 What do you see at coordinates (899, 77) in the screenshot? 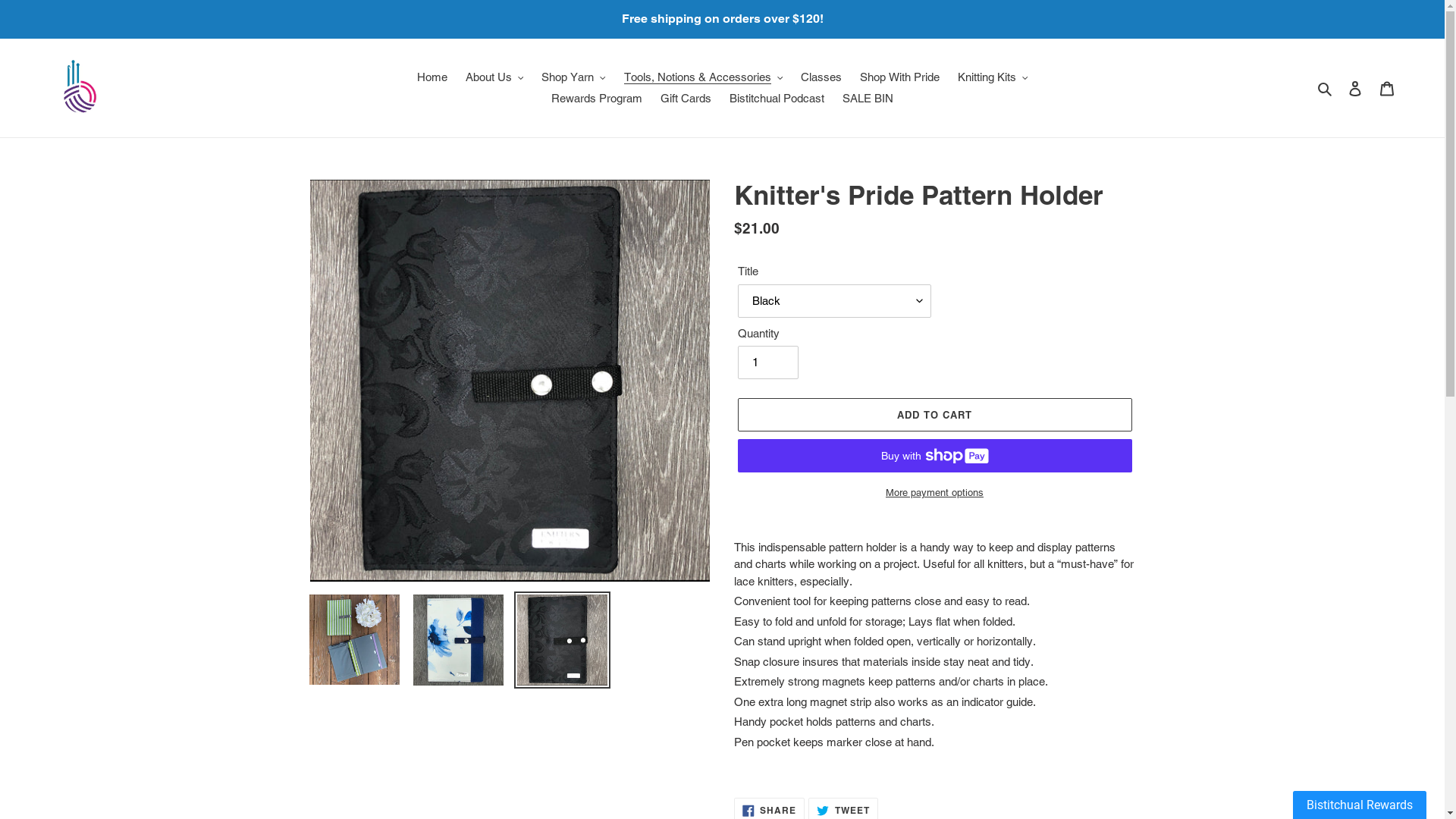
I see `'Shop With Pride'` at bounding box center [899, 77].